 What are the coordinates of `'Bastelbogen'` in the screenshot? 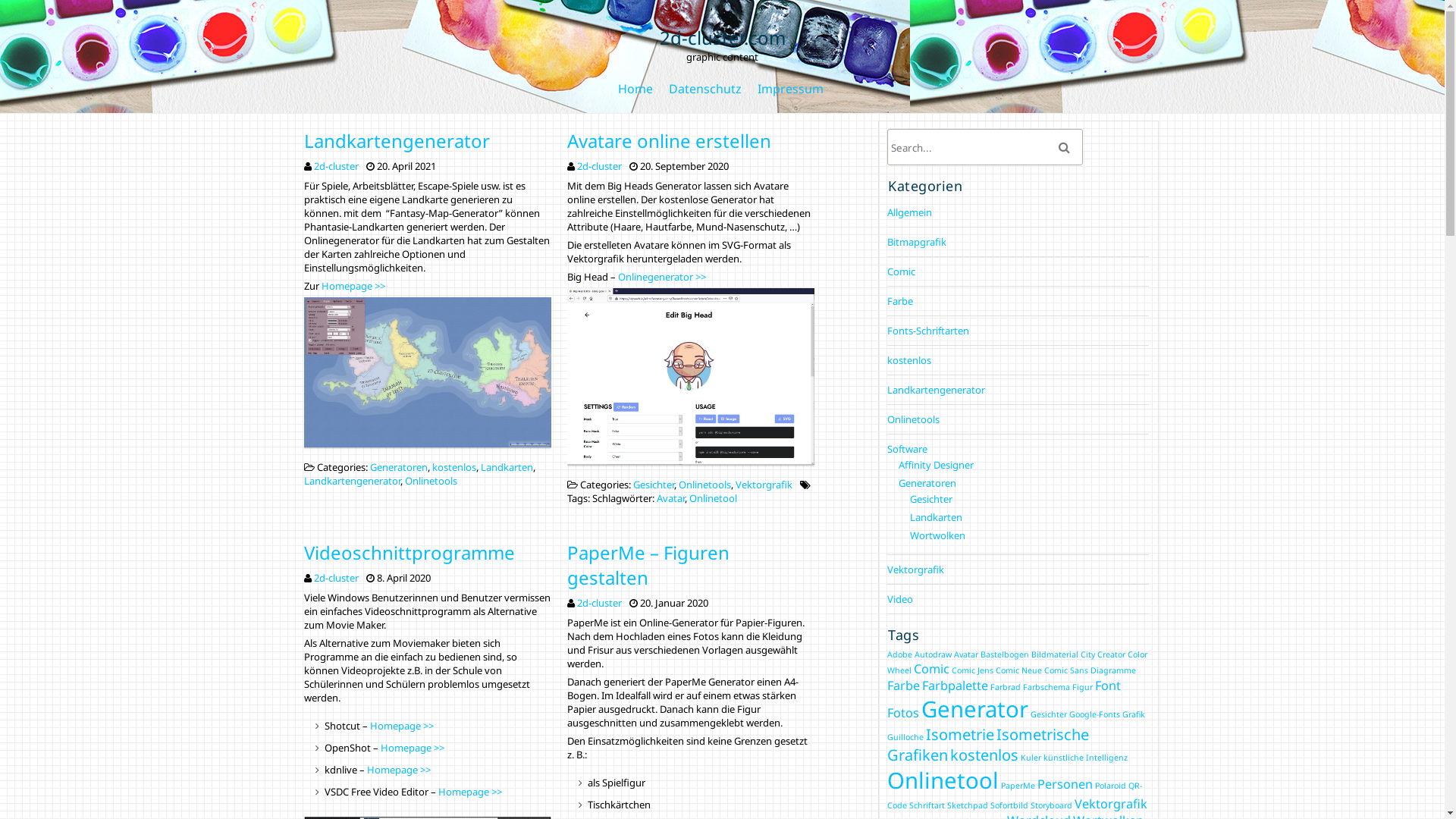 It's located at (1004, 654).